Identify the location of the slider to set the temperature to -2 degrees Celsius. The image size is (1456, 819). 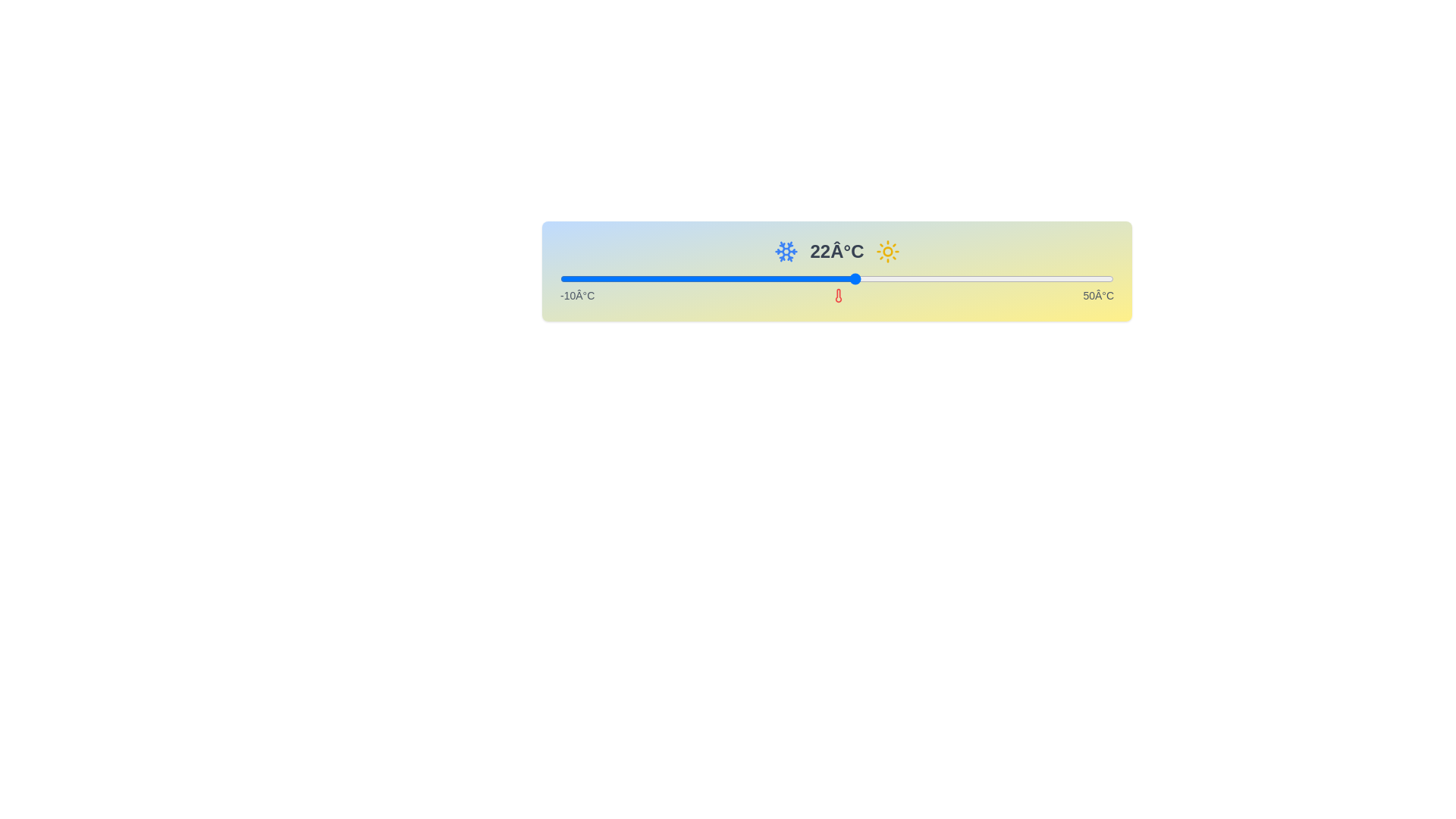
(634, 278).